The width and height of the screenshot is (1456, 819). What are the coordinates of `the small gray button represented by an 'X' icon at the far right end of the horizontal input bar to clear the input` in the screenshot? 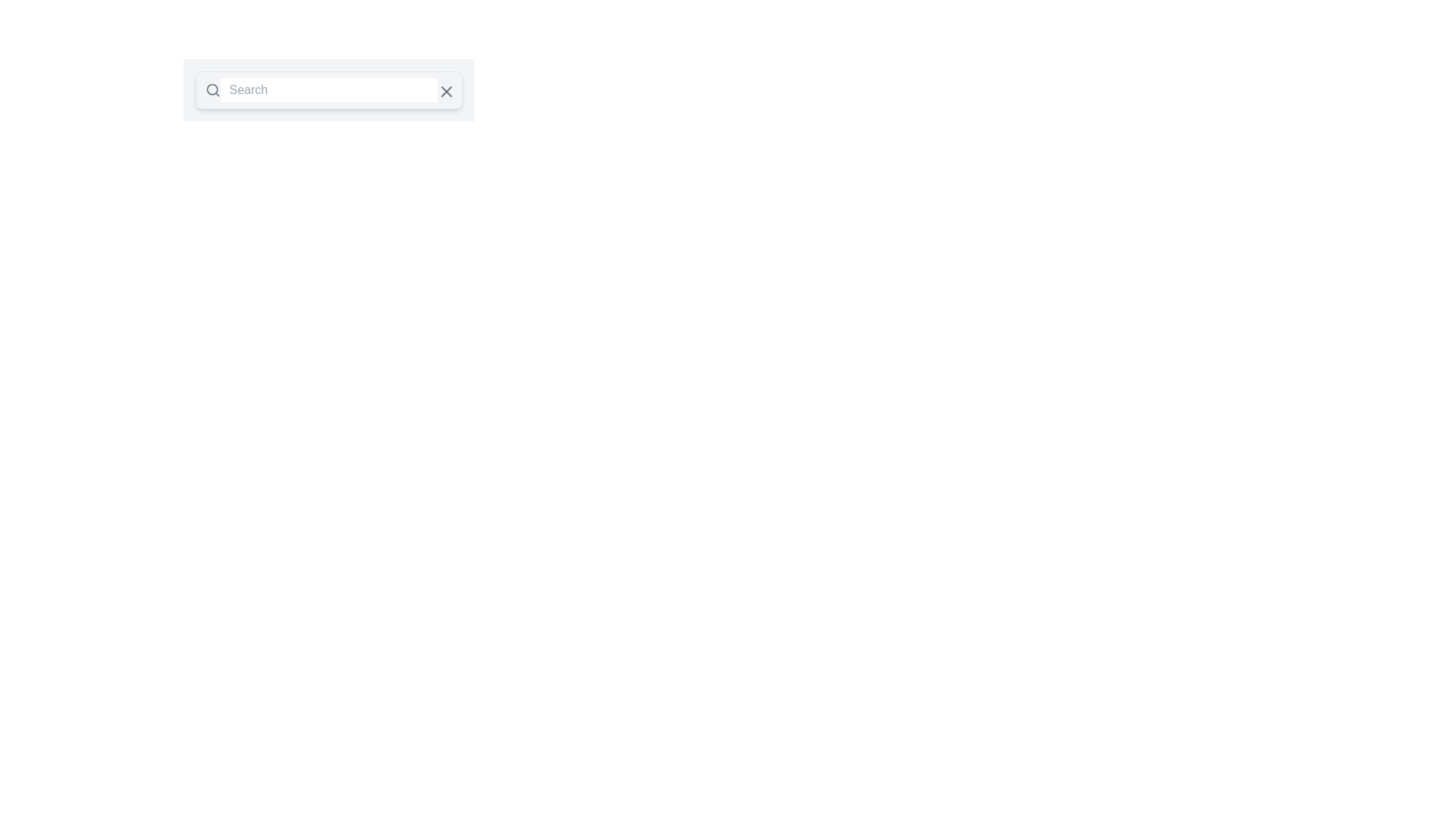 It's located at (444, 90).